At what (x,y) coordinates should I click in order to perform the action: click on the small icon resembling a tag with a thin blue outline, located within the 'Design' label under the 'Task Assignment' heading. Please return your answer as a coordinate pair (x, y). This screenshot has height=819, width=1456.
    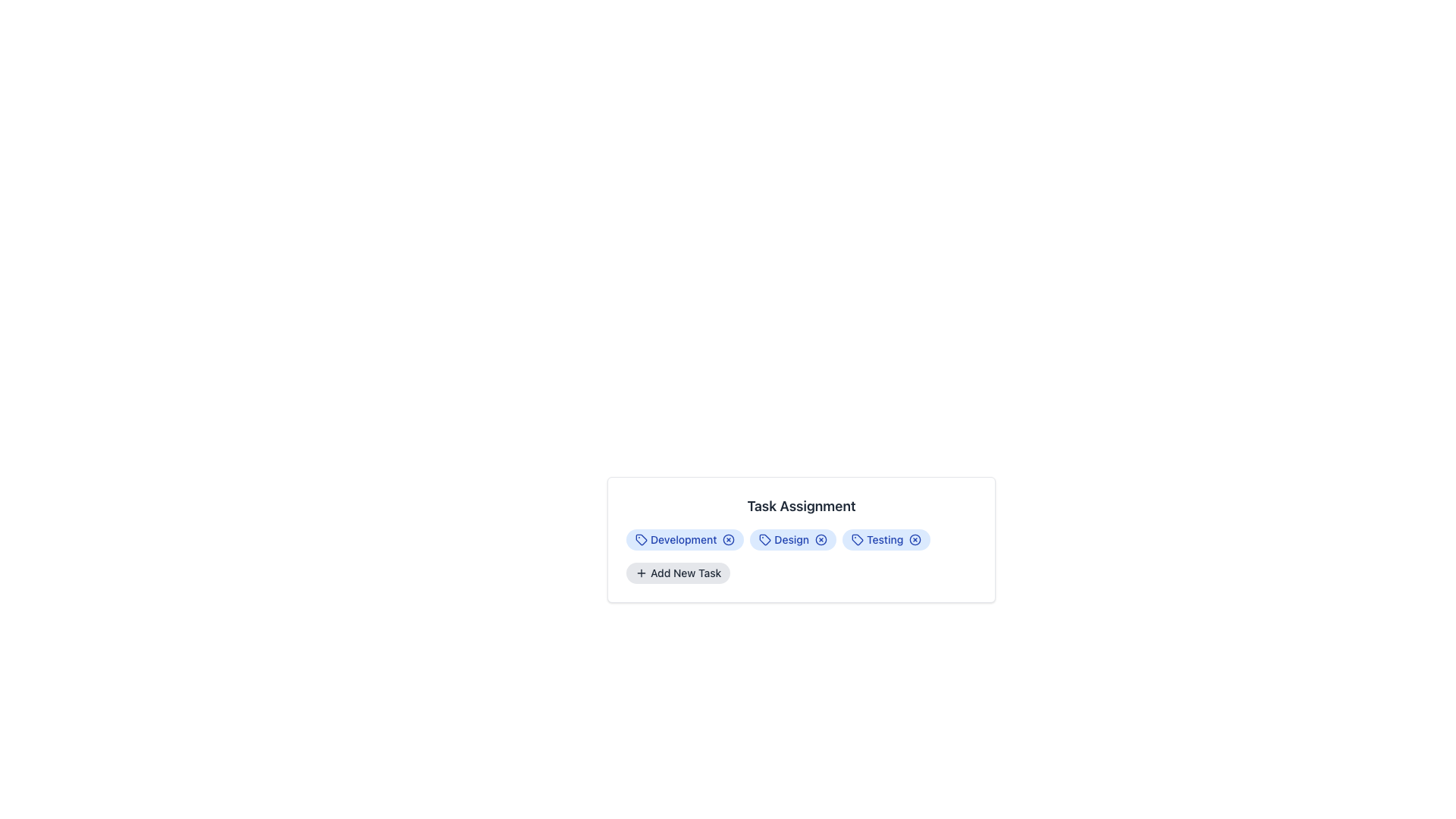
    Looking at the image, I should click on (765, 539).